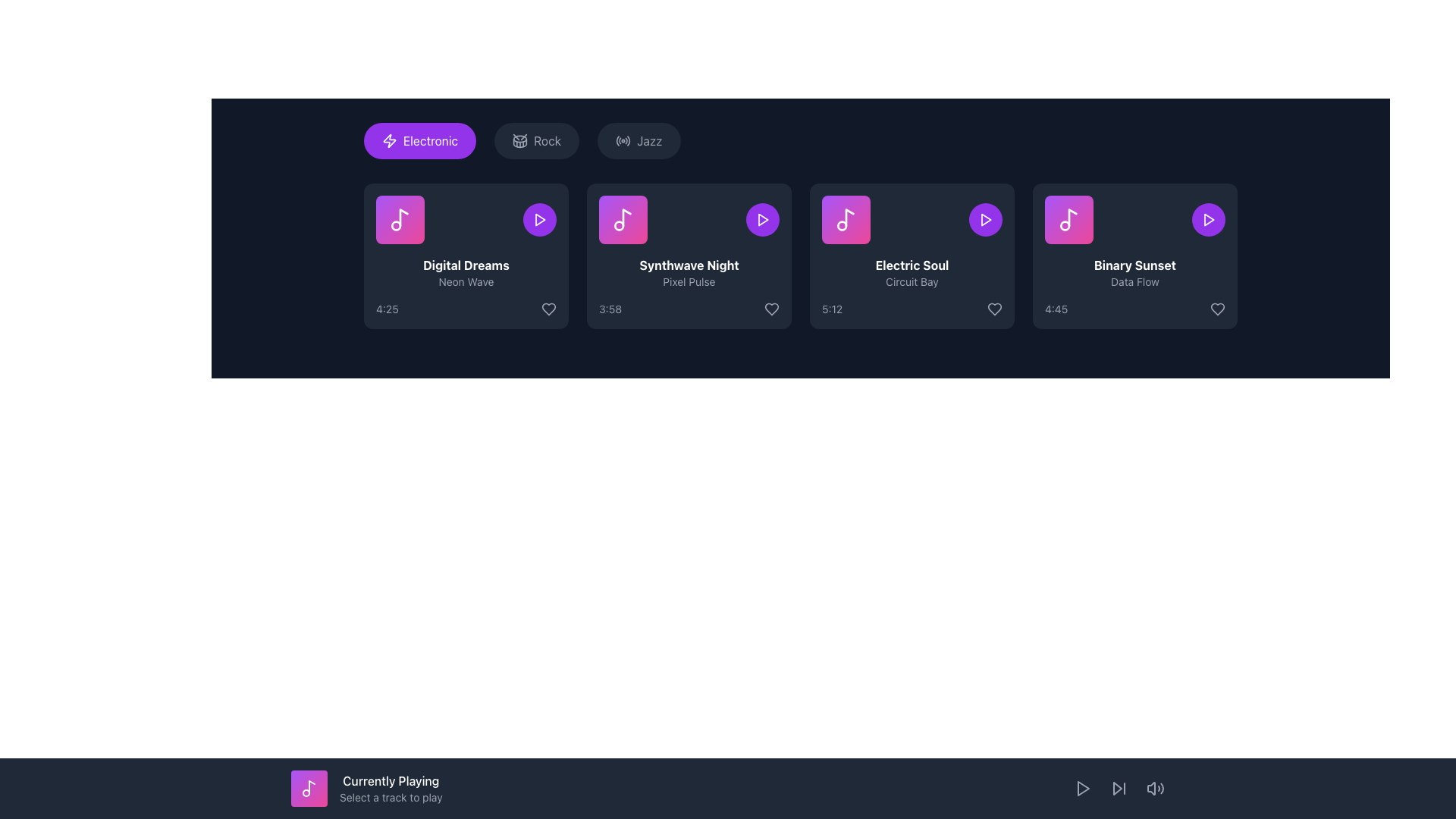 The width and height of the screenshot is (1456, 819). What do you see at coordinates (548, 309) in the screenshot?
I see `the heart-shaped icon button located at the bottom-right section of the 'Digital Dreams' card` at bounding box center [548, 309].